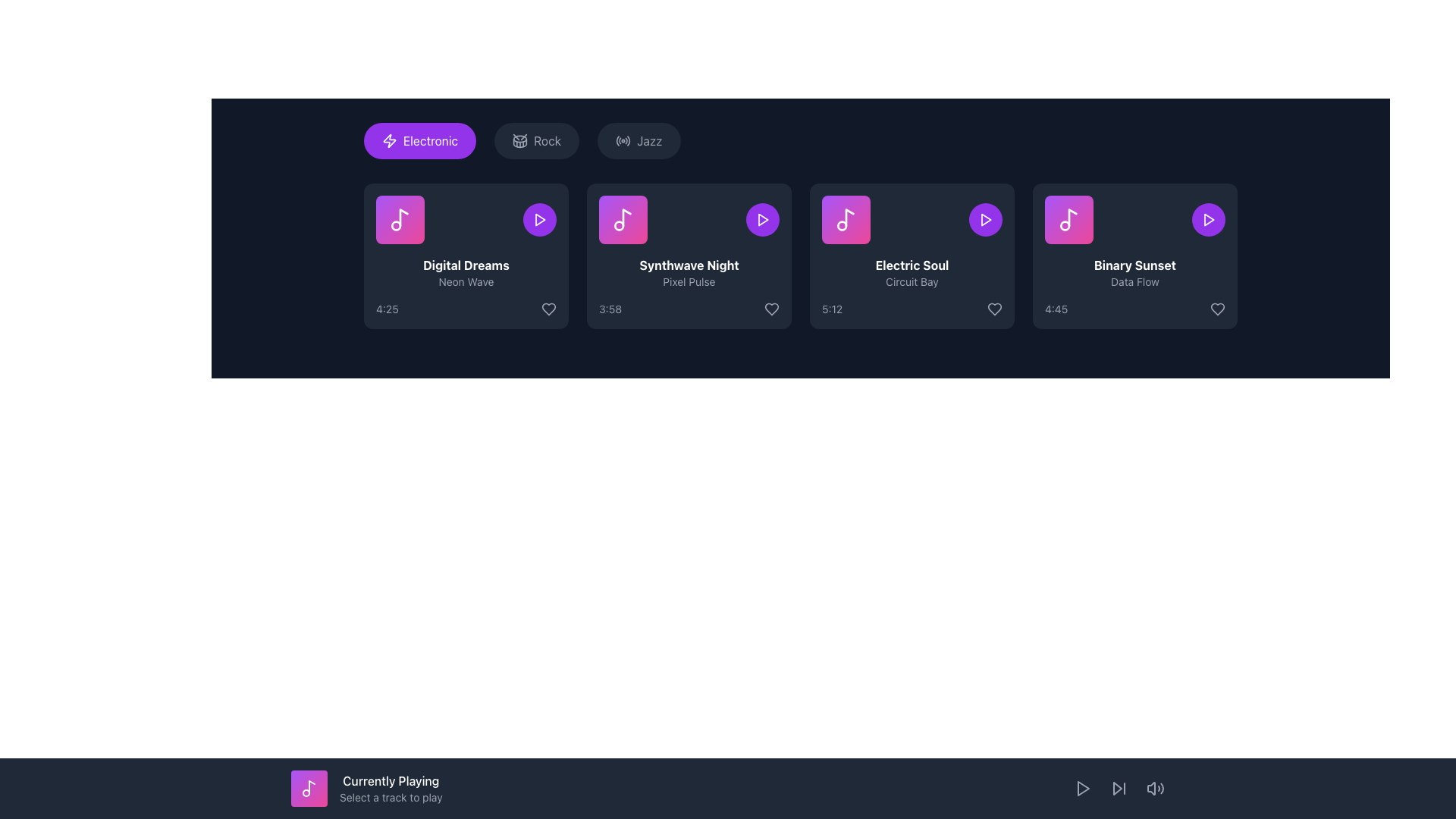 The width and height of the screenshot is (1456, 819). What do you see at coordinates (548, 309) in the screenshot?
I see `the heart-shaped icon button located at the bottom-right section of the 'Digital Dreams' card` at bounding box center [548, 309].